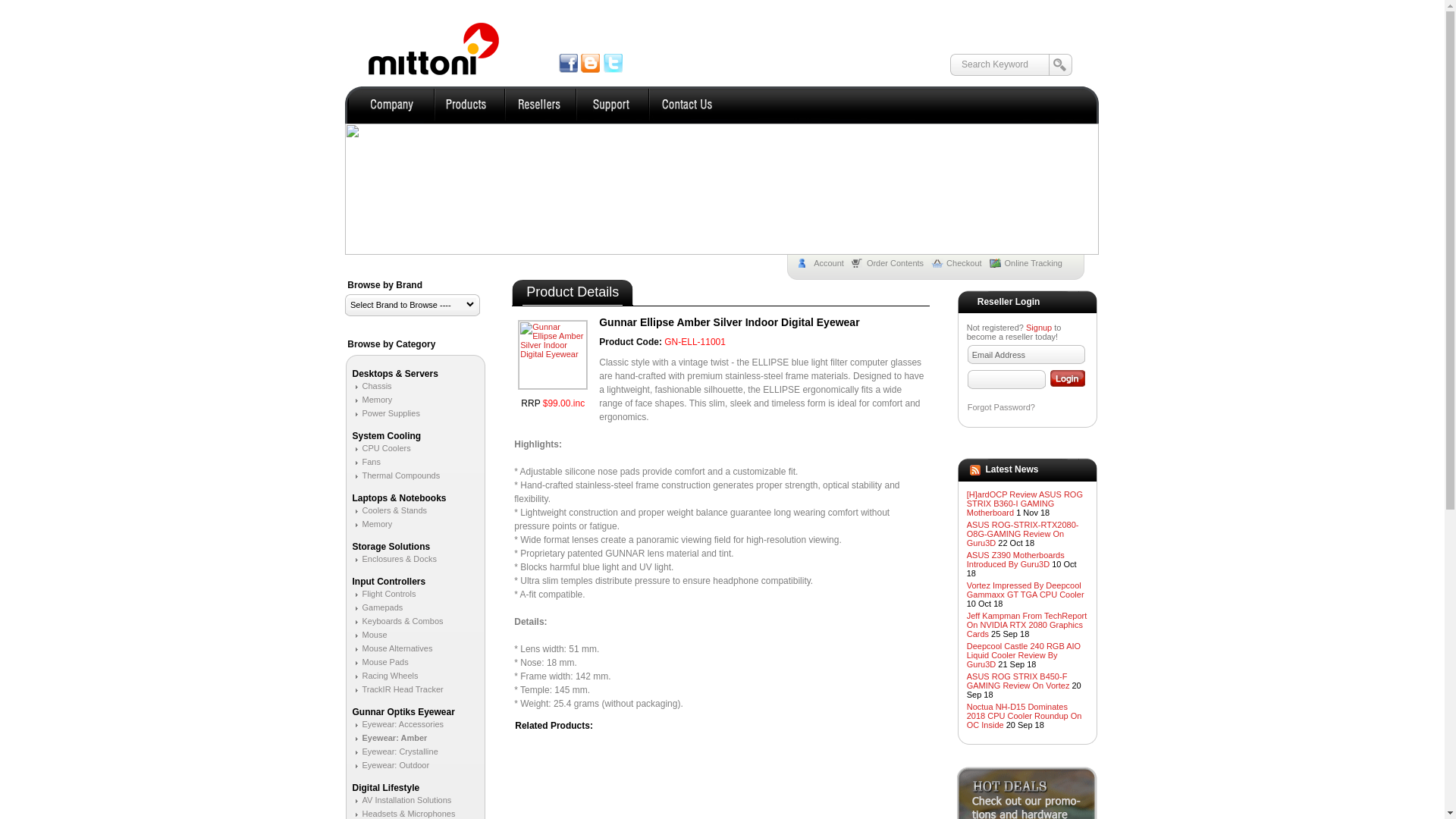 This screenshot has height=819, width=1456. Describe the element at coordinates (396, 475) in the screenshot. I see `'Thermal Compounds'` at that location.